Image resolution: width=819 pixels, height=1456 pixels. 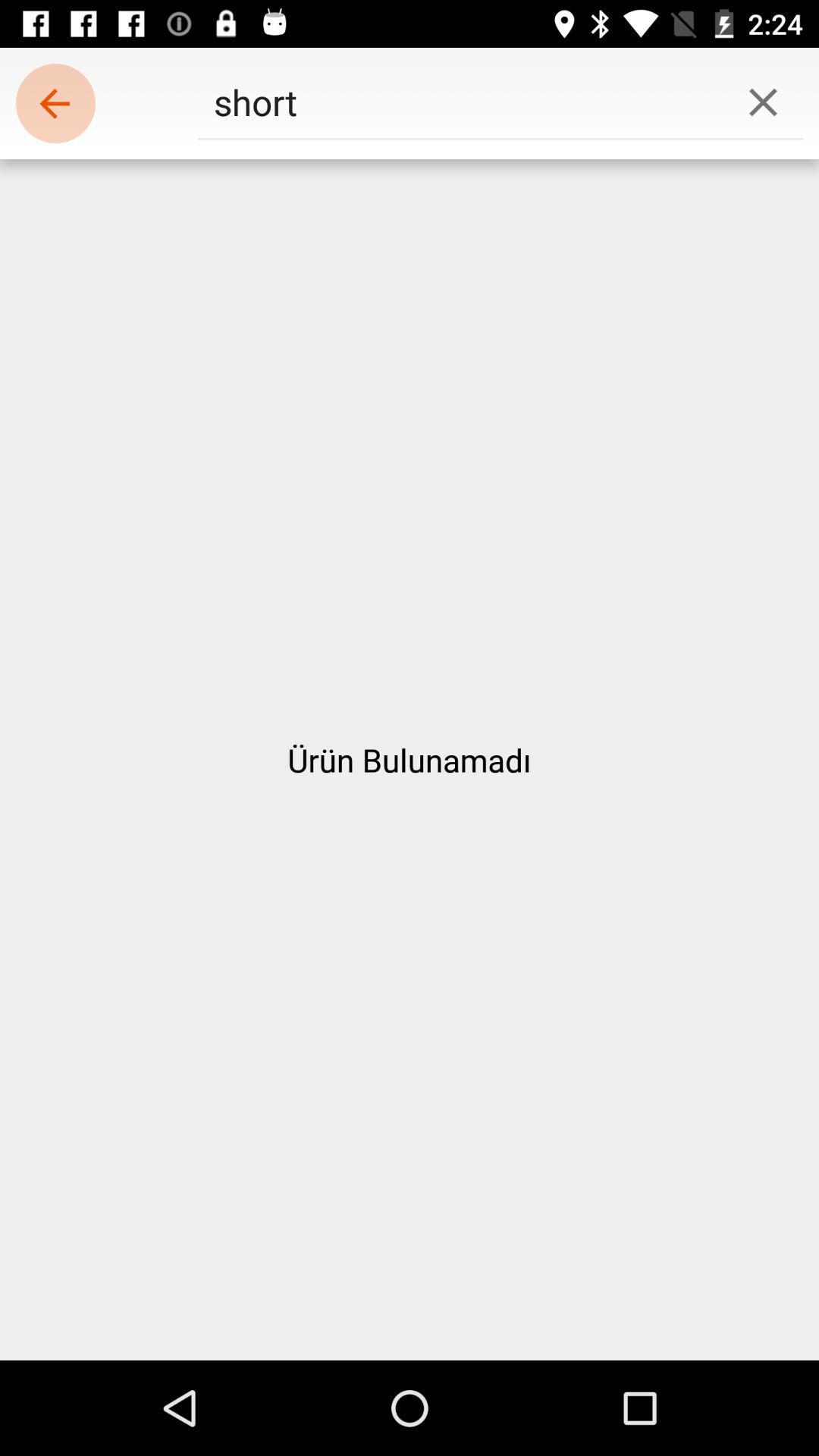 I want to click on the icon to the left of short icon, so click(x=55, y=102).